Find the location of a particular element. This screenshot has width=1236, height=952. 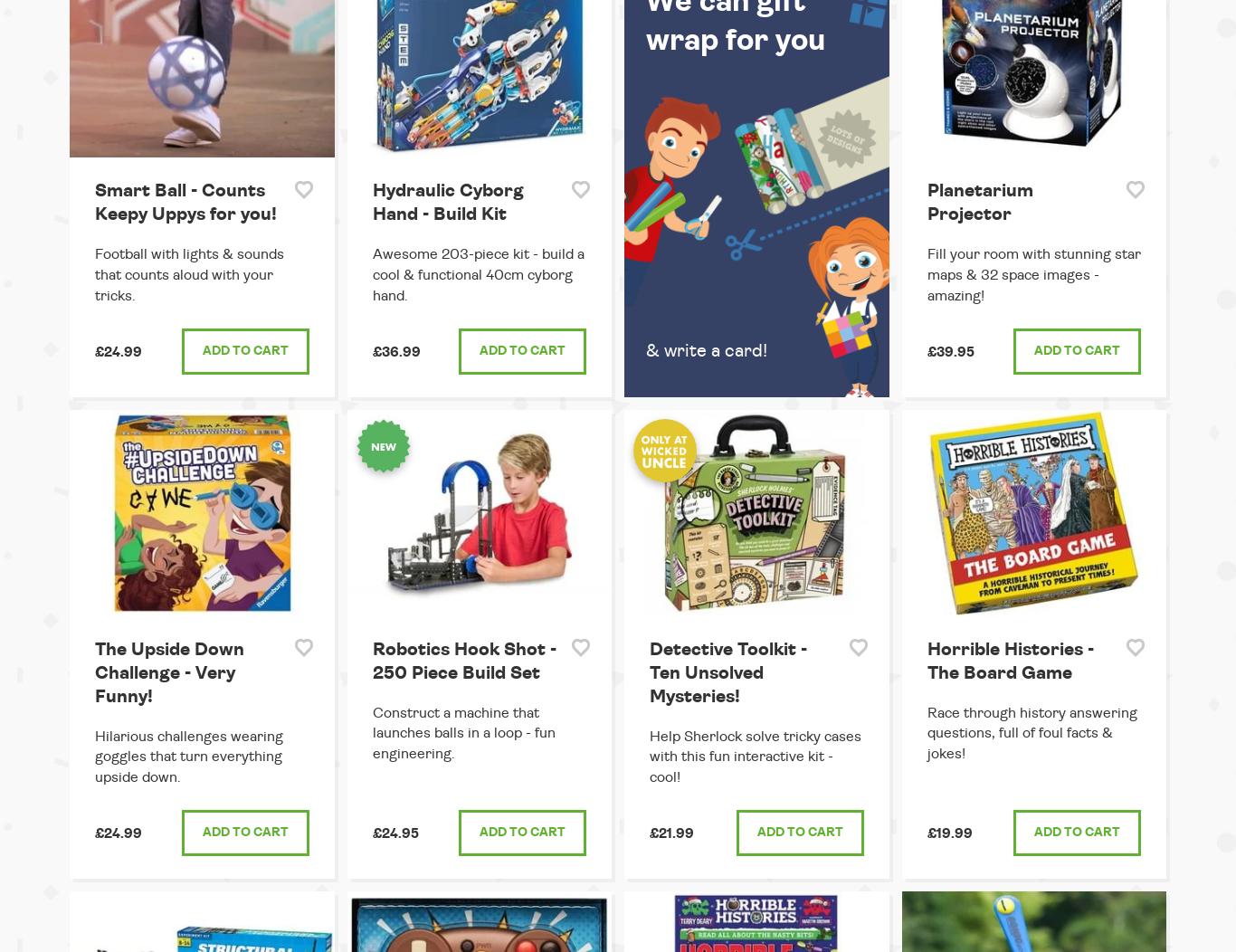

'£21.99' is located at coordinates (649, 833).